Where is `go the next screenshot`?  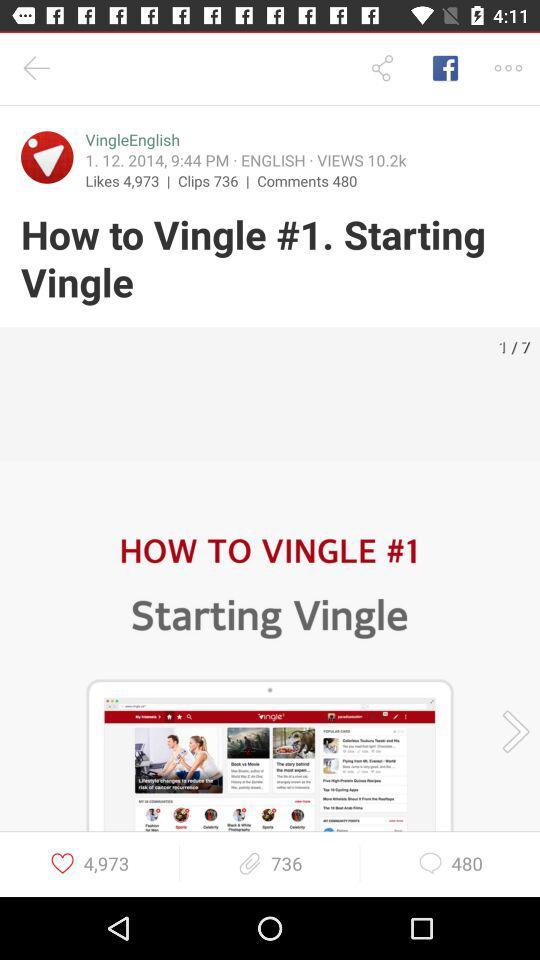 go the next screenshot is located at coordinates (509, 730).